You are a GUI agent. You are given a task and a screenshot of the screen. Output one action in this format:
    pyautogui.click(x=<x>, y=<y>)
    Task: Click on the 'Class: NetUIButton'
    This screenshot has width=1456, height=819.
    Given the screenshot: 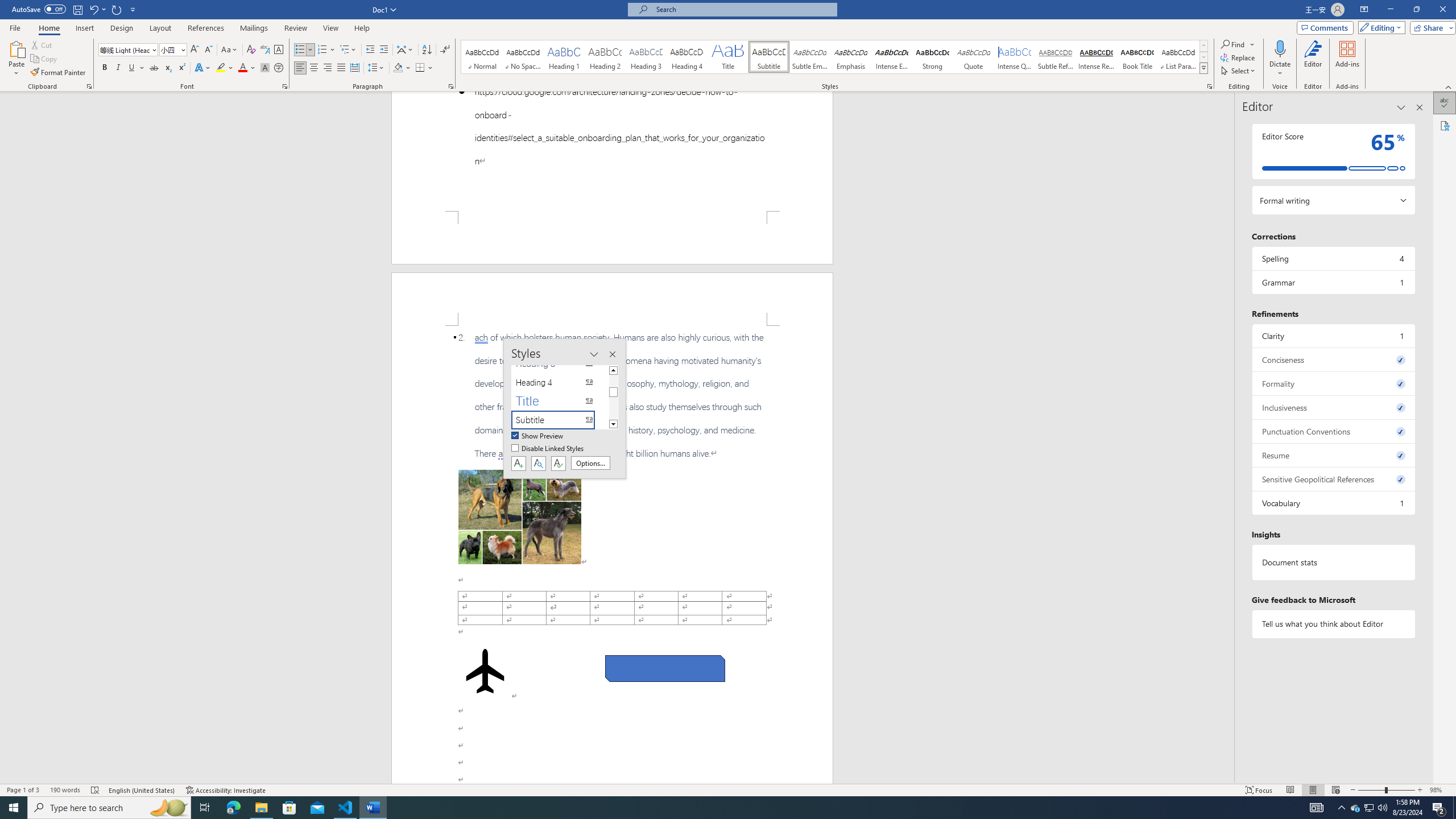 What is the action you would take?
    pyautogui.click(x=559, y=464)
    